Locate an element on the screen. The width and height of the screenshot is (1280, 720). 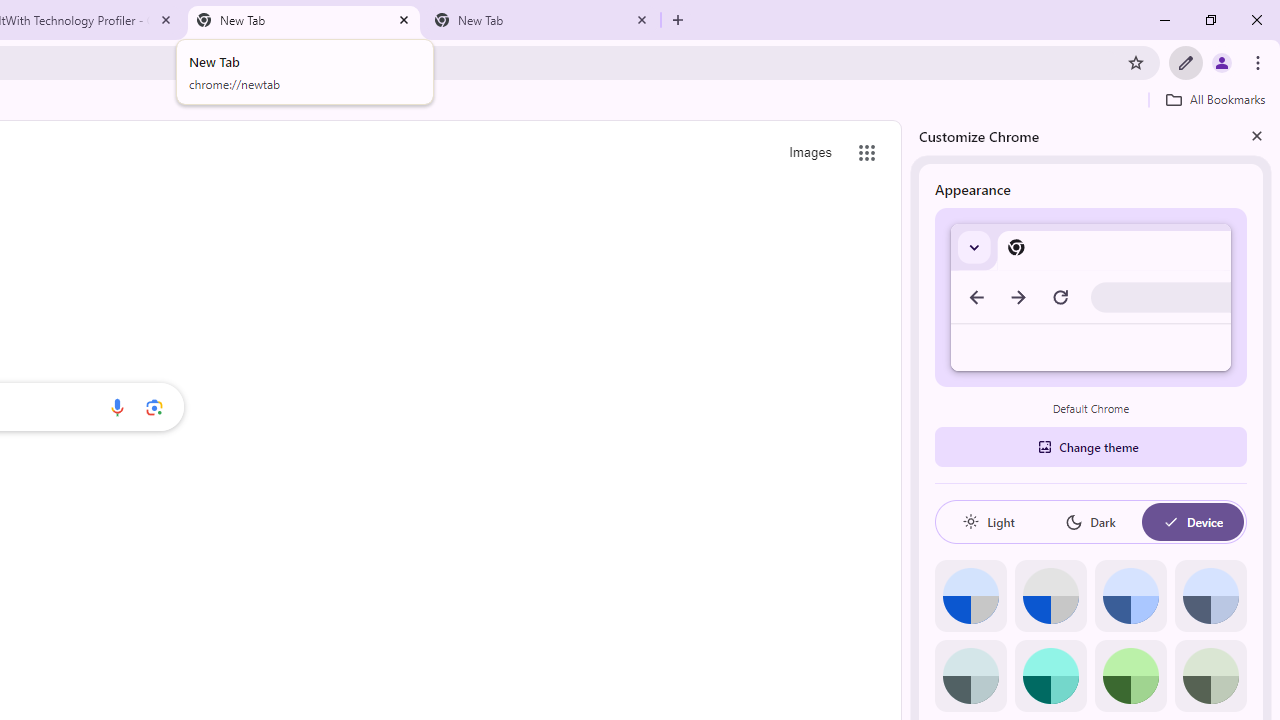
'AutomationID: baseSvg' is located at coordinates (1170, 521).